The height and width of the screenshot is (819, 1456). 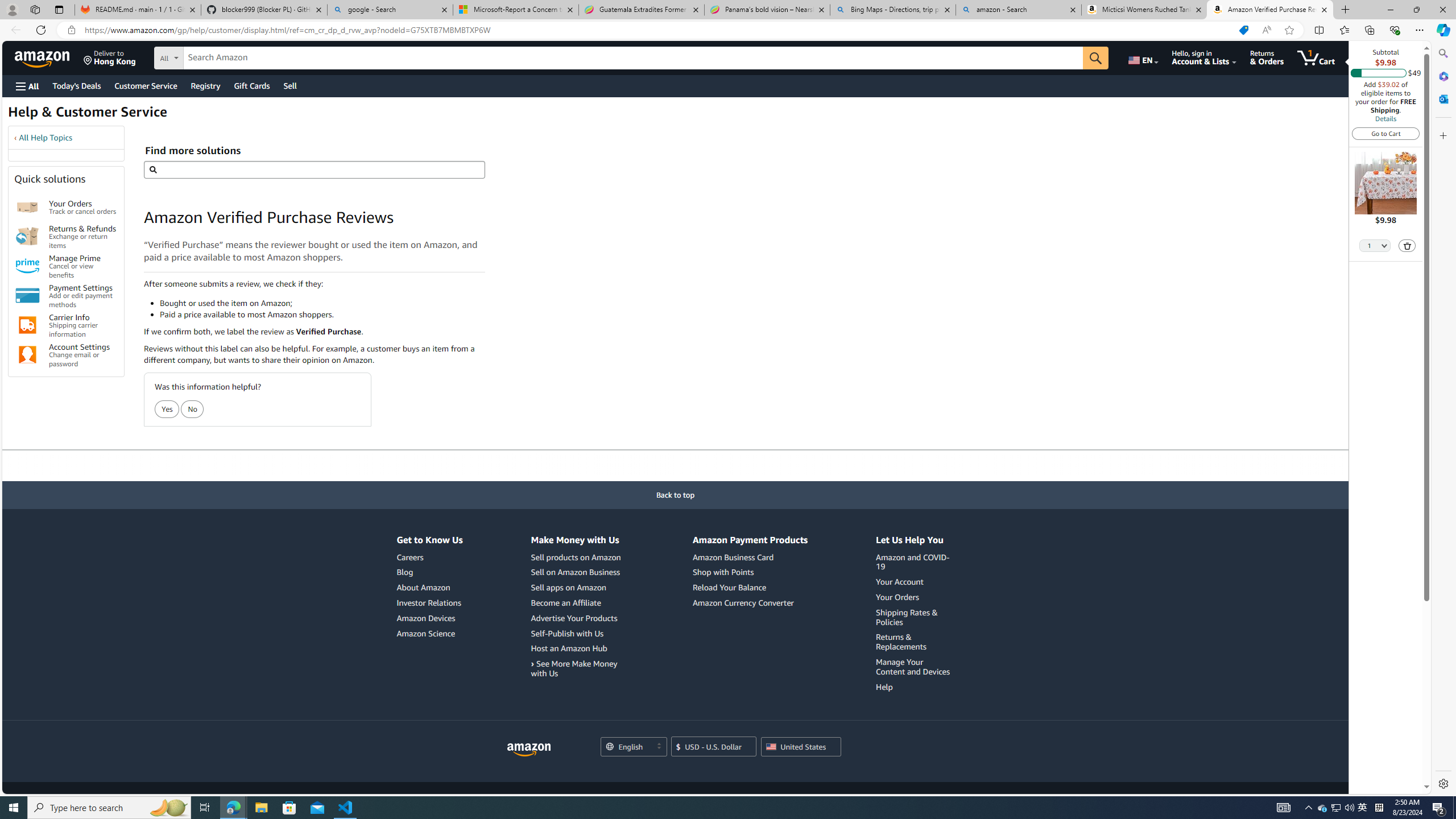 I want to click on 'About Amazon', so click(x=429, y=588).